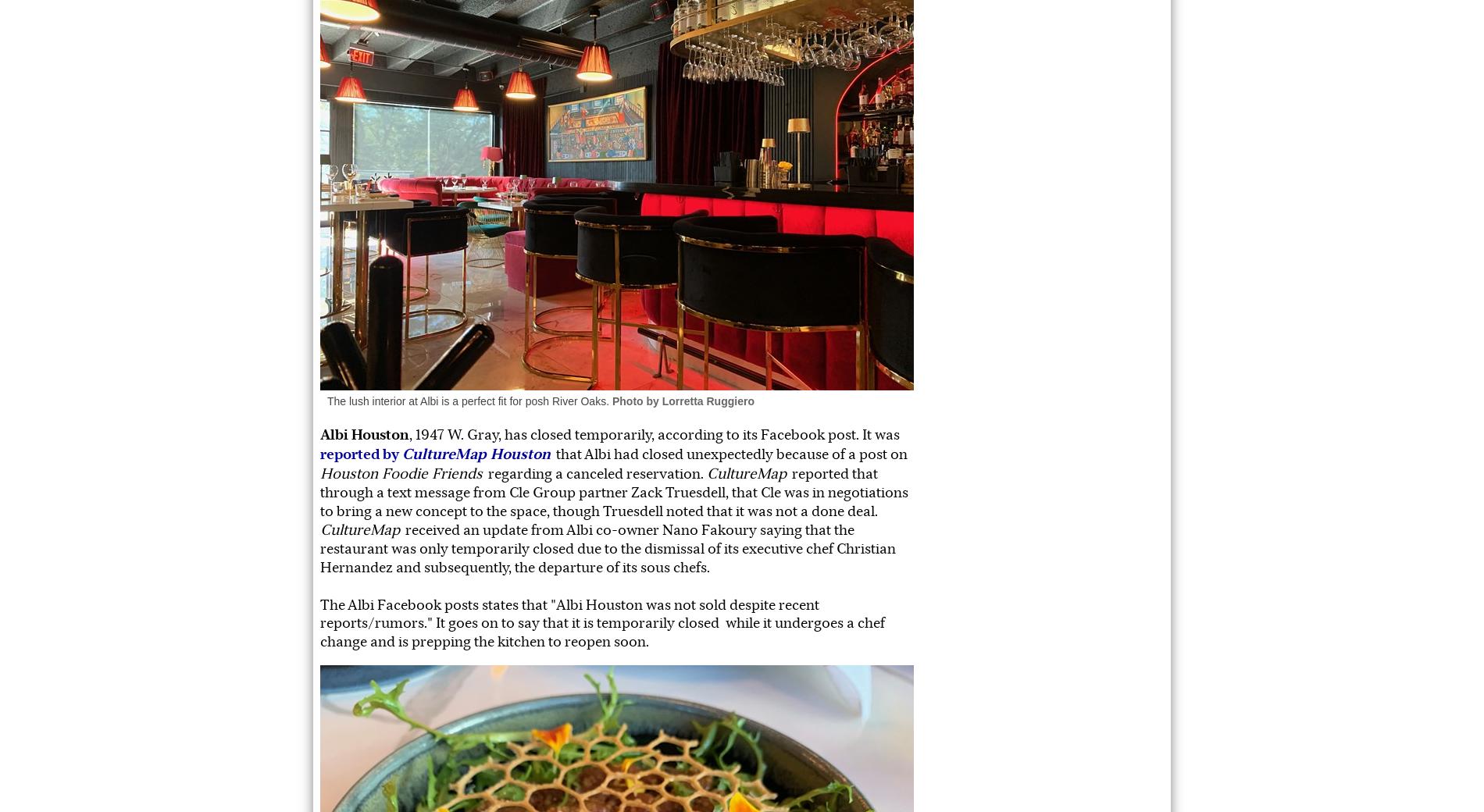 The width and height of the screenshot is (1484, 812). I want to click on 'that Albi had closed unexpectedly because of a post on', so click(729, 453).